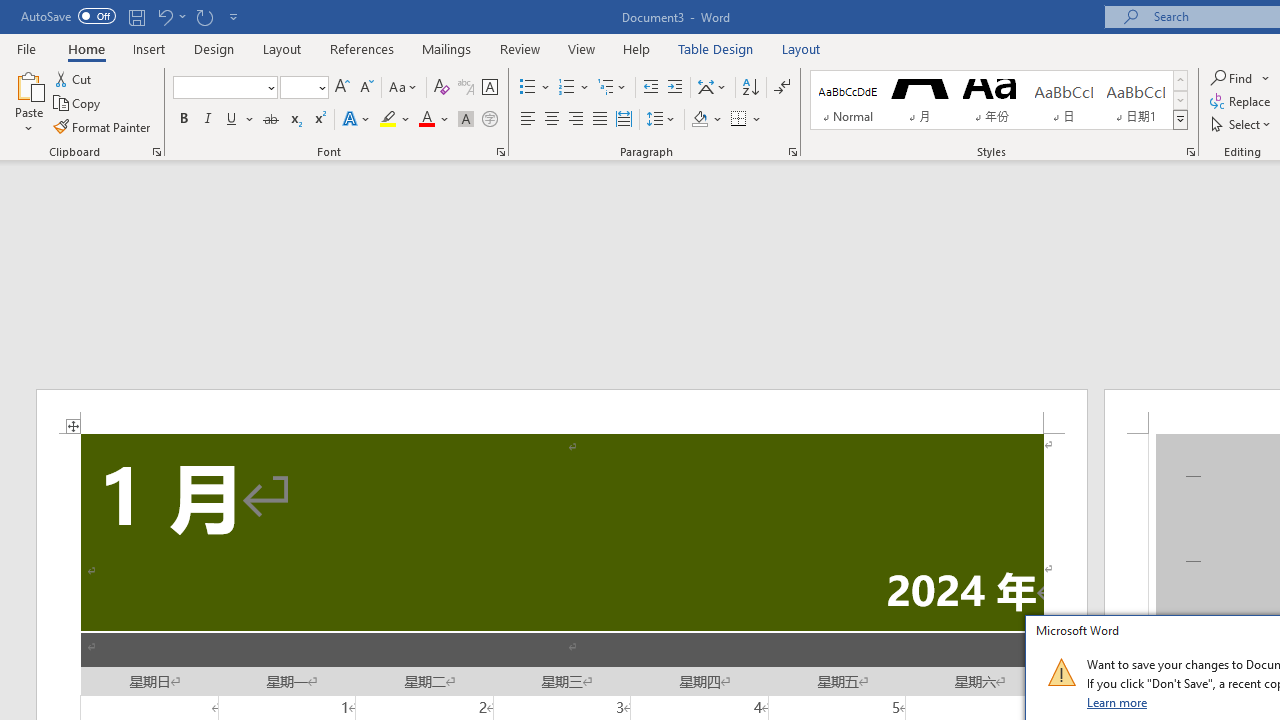 The height and width of the screenshot is (720, 1280). I want to click on 'Font Size', so click(297, 86).